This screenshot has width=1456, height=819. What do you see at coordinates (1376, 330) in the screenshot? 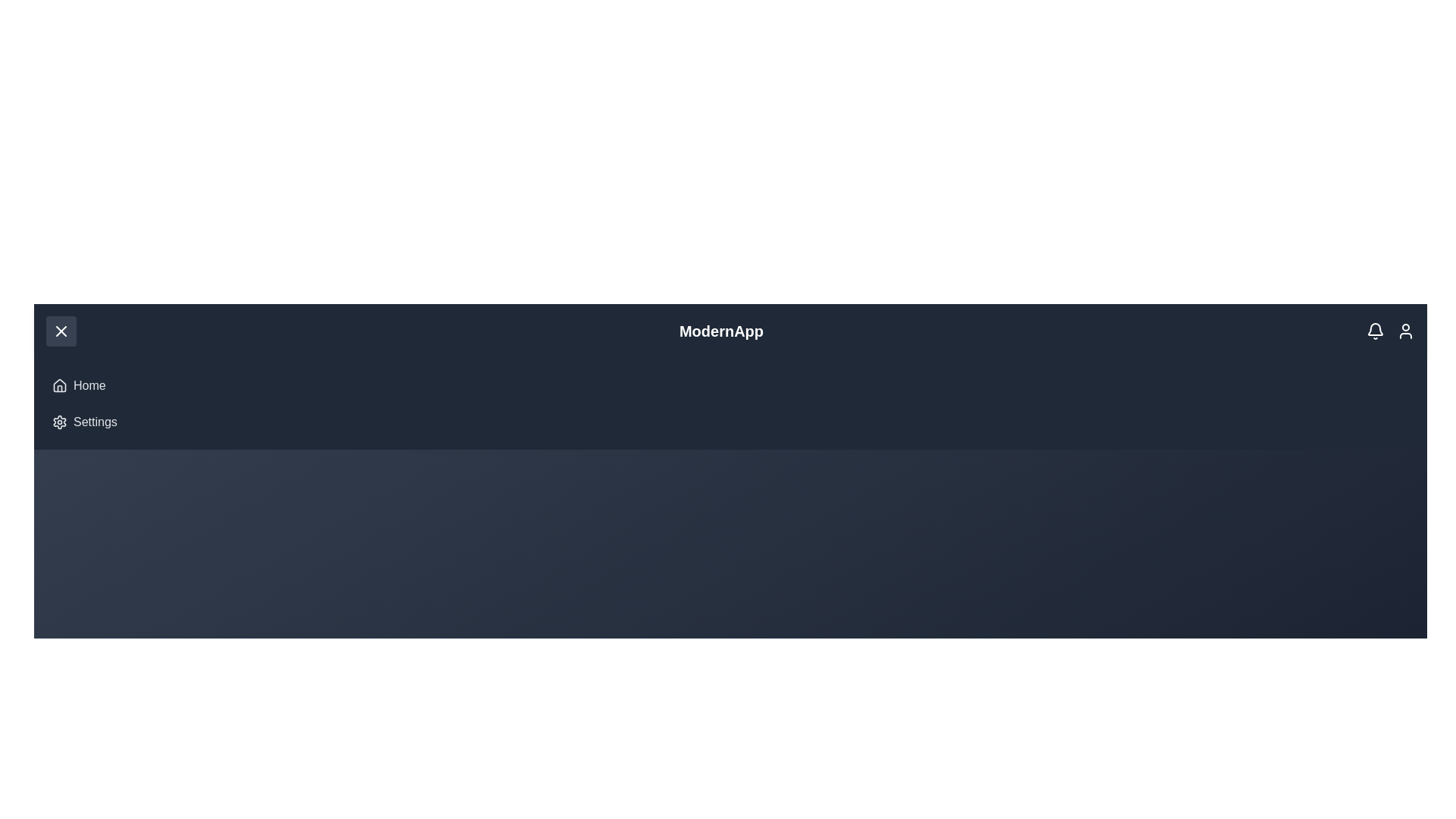
I see `the notification icon to trigger notifications` at bounding box center [1376, 330].